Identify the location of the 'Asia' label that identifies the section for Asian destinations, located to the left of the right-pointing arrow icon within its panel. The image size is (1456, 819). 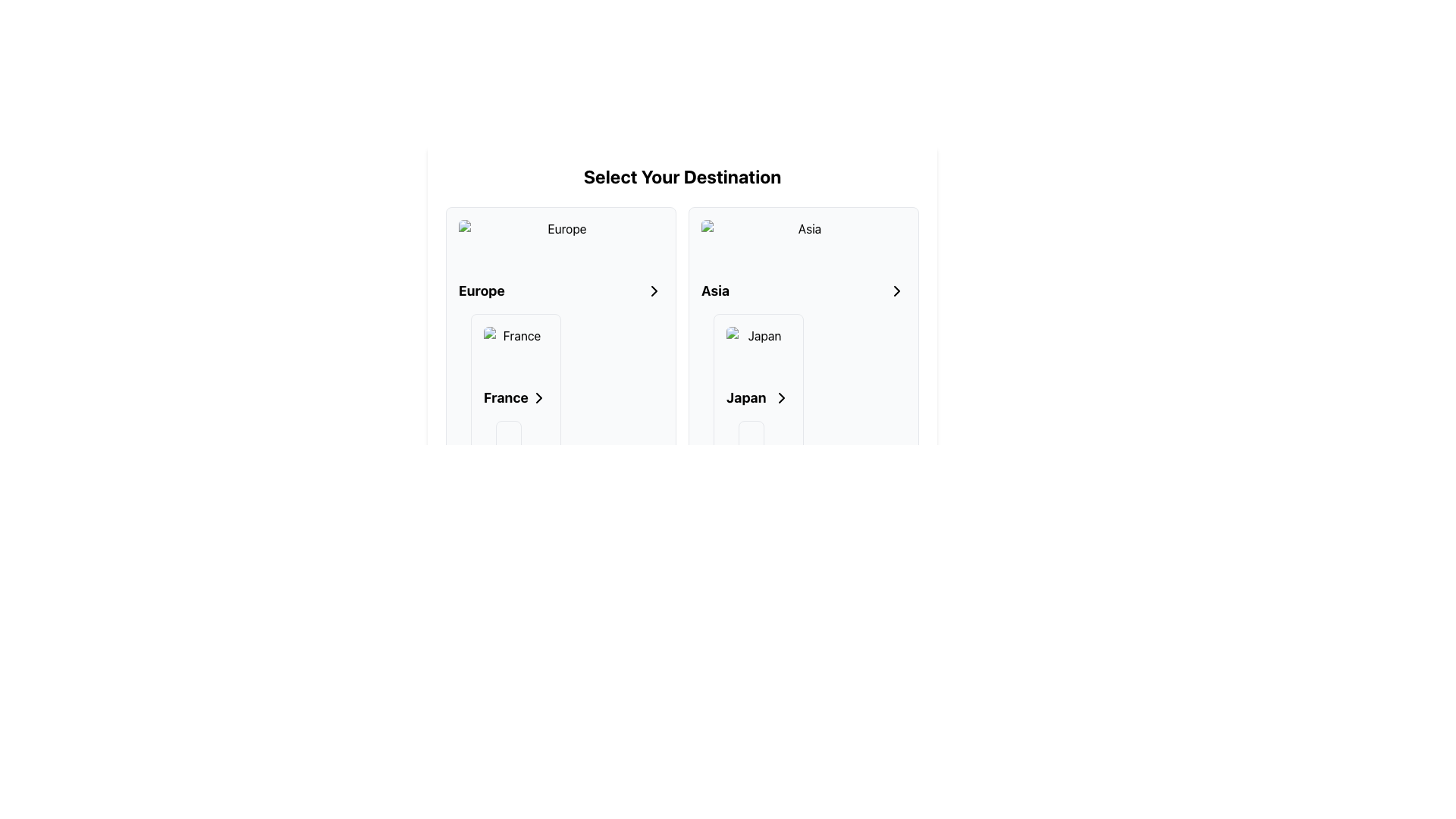
(714, 291).